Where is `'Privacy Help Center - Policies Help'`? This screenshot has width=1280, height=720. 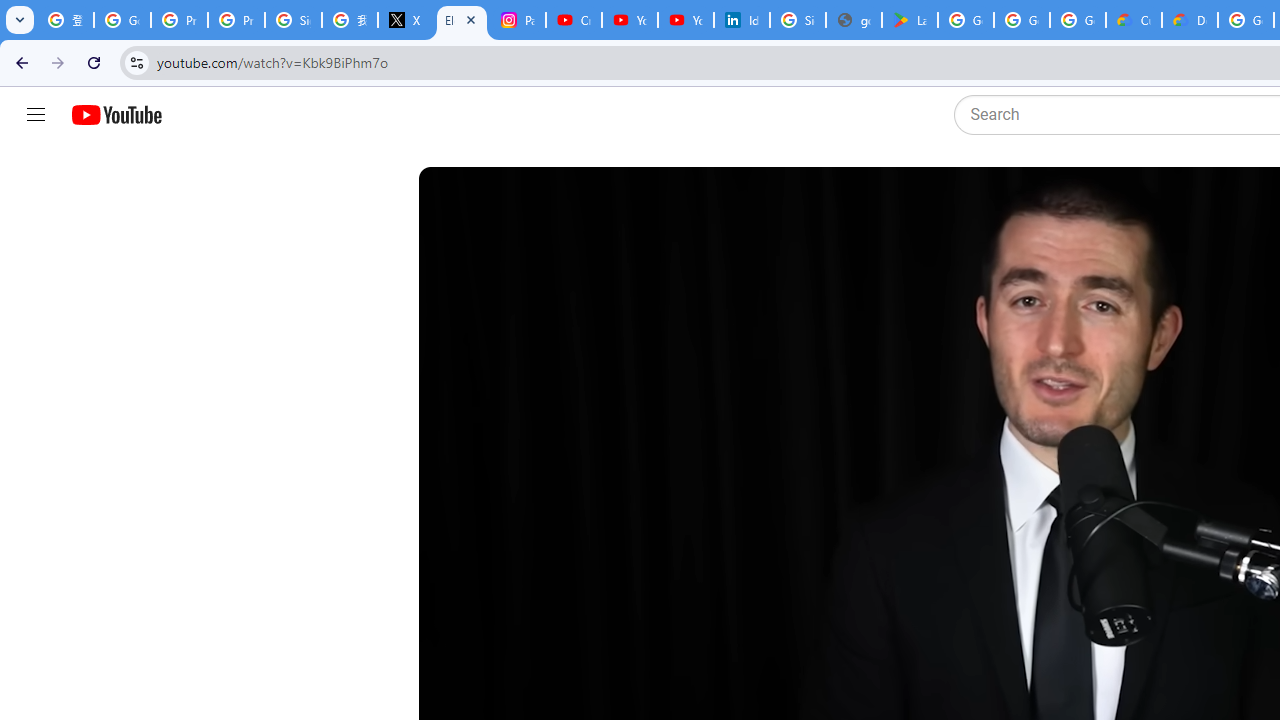
'Privacy Help Center - Policies Help' is located at coordinates (236, 20).